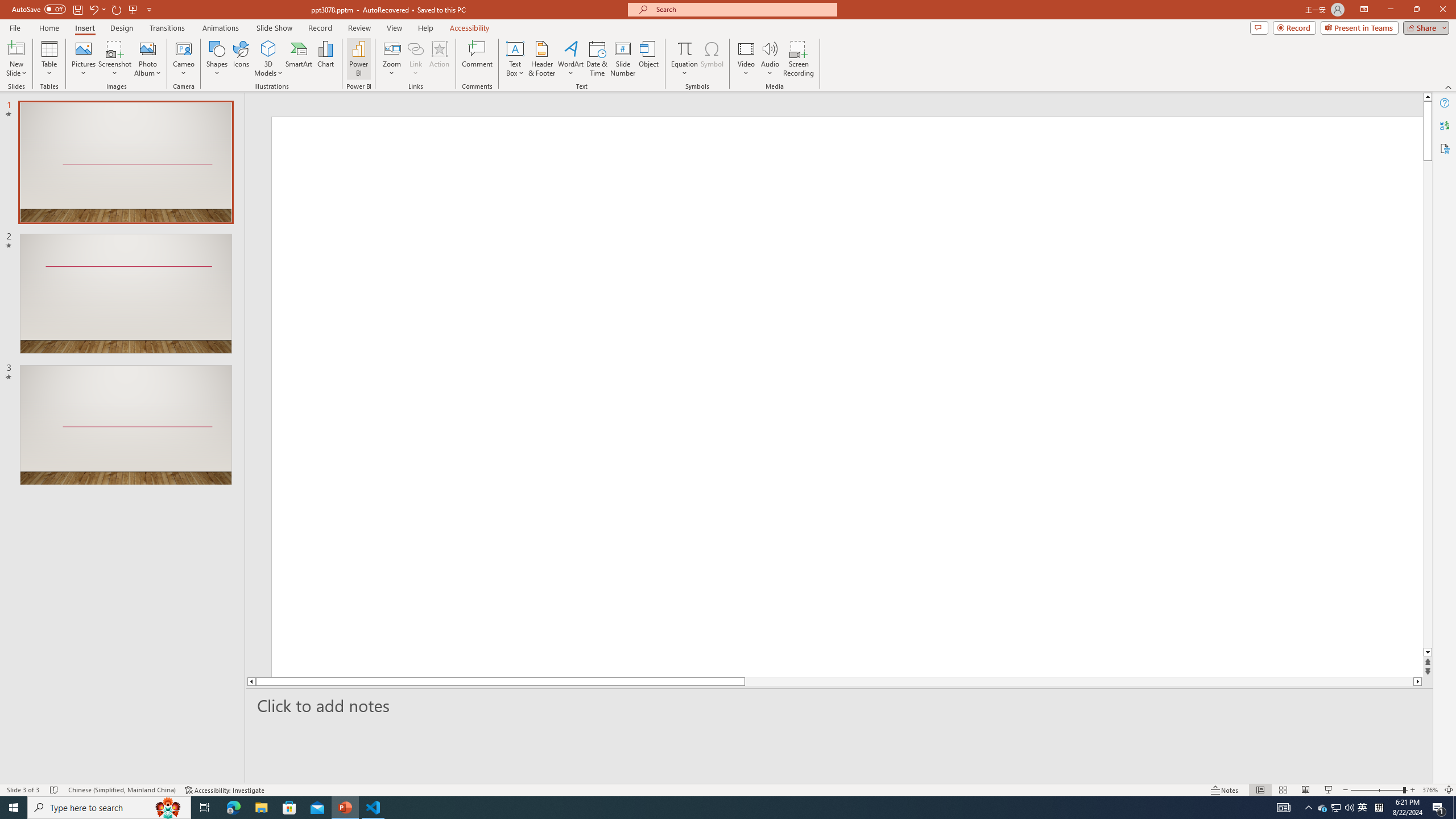 The image size is (1456, 819). What do you see at coordinates (147, 48) in the screenshot?
I see `'New Photo Album...'` at bounding box center [147, 48].